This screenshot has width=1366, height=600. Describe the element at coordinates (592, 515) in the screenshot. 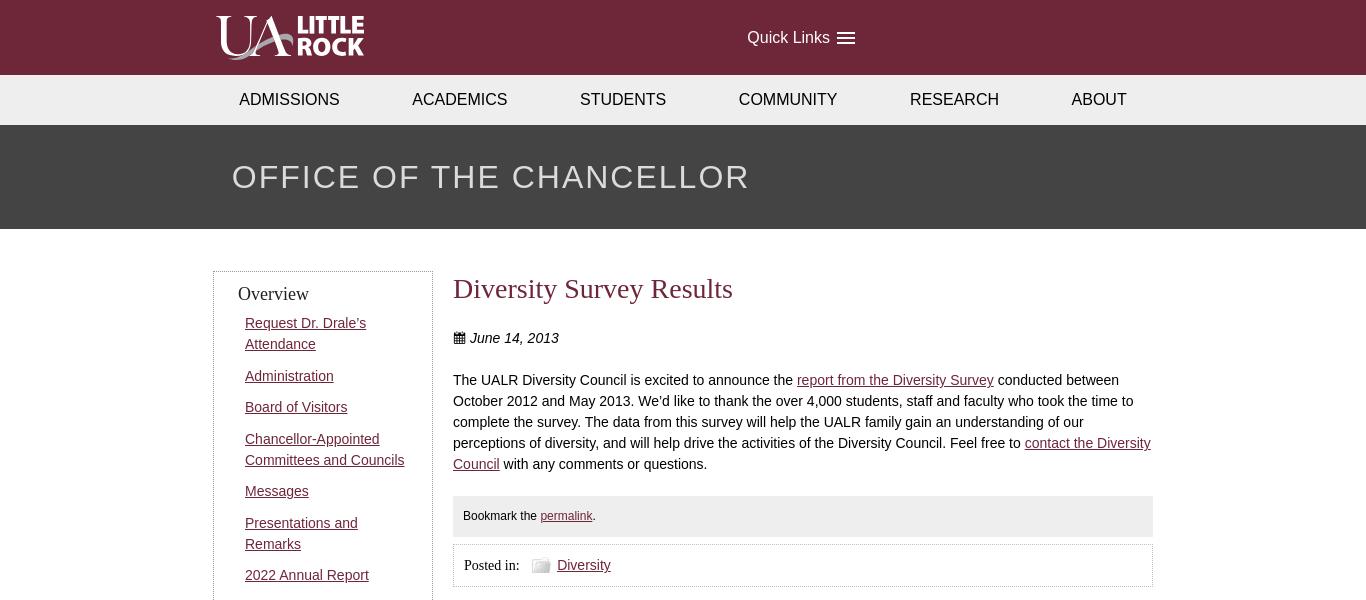

I see `'.'` at that location.